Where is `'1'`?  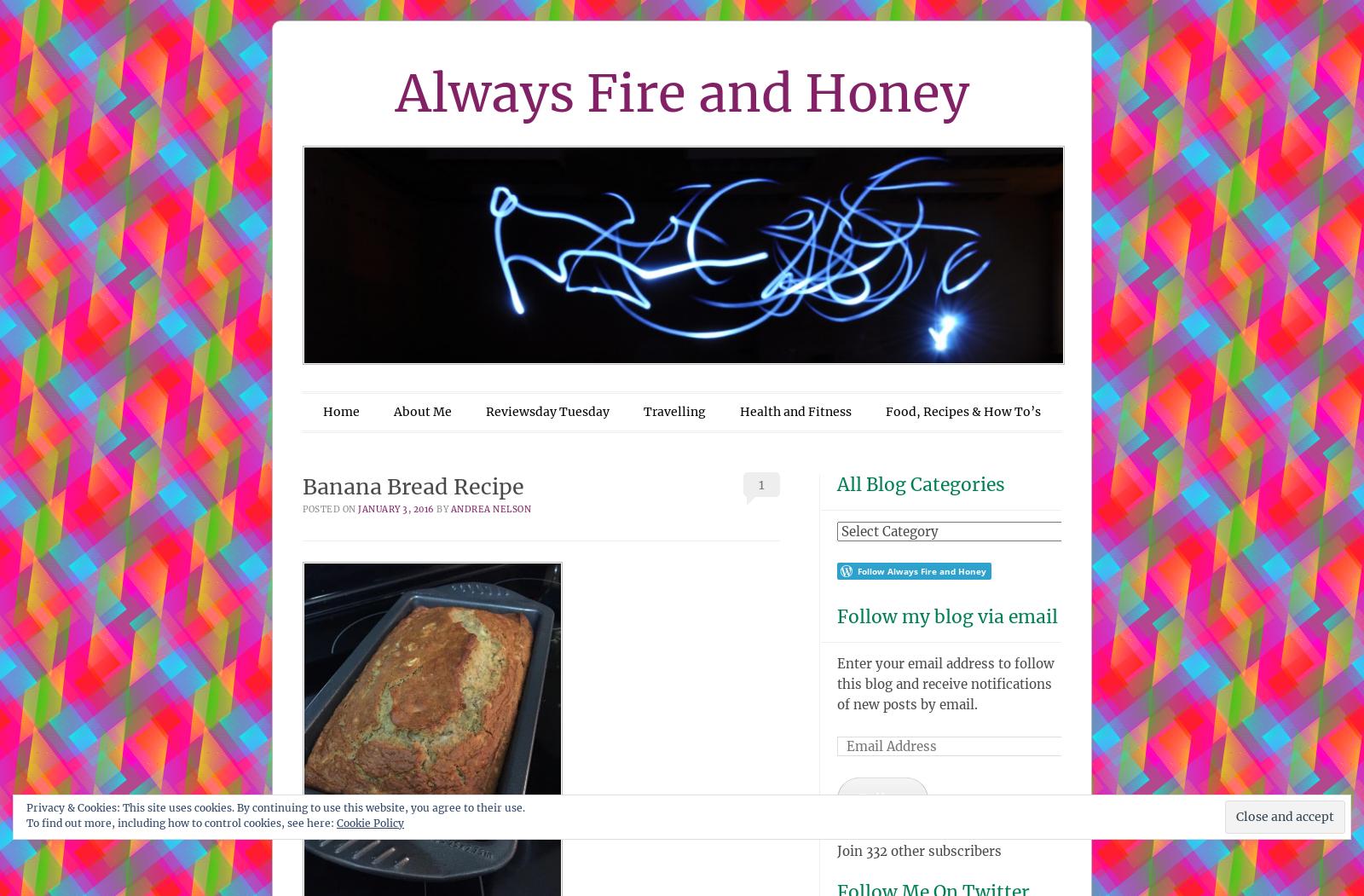
'1' is located at coordinates (760, 483).